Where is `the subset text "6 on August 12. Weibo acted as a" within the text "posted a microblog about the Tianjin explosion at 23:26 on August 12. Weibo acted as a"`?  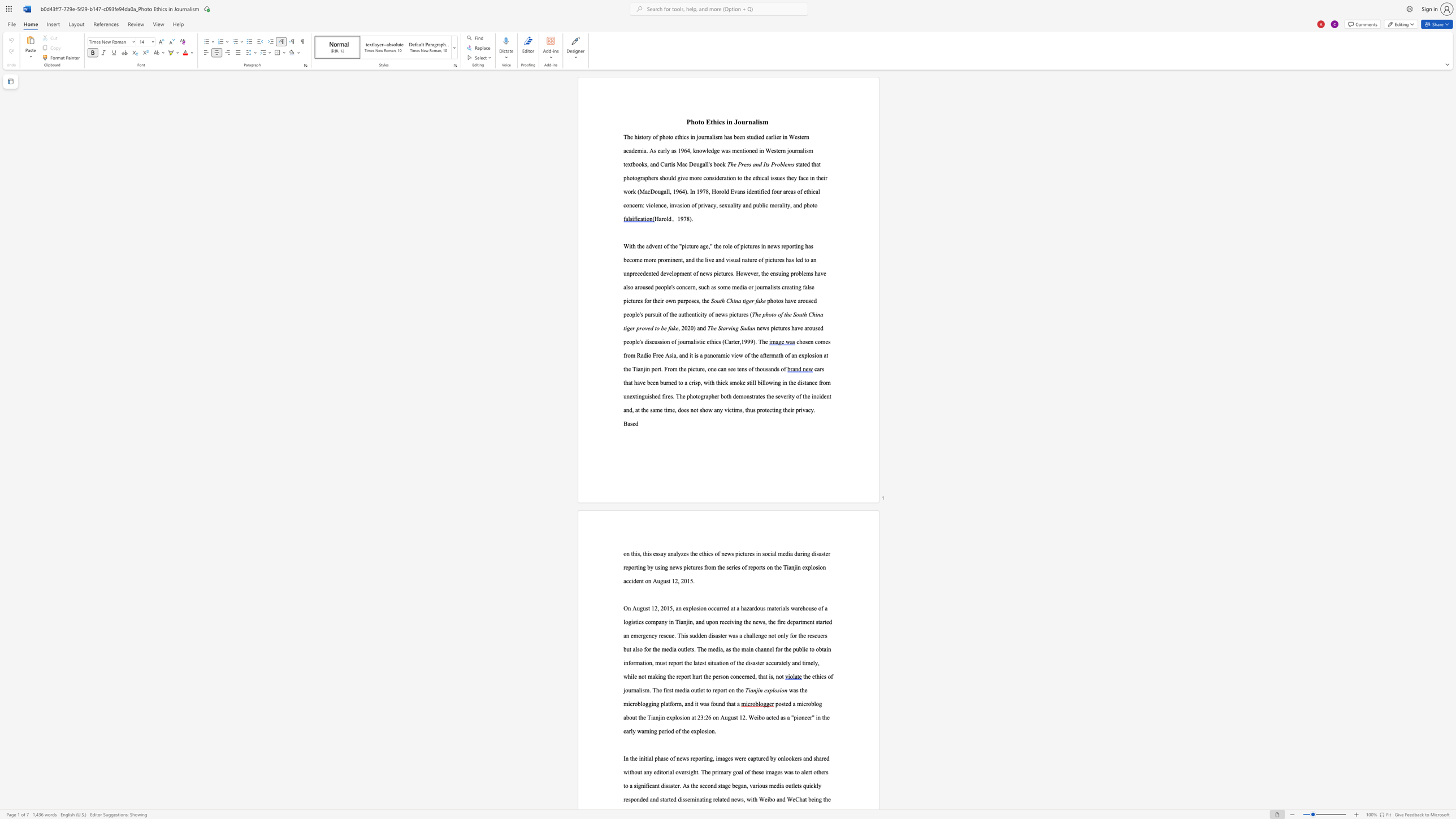 the subset text "6 on August 12. Weibo acted as a" within the text "posted a microblog about the Tianjin explosion at 23:26 on August 12. Weibo acted as a" is located at coordinates (708, 717).